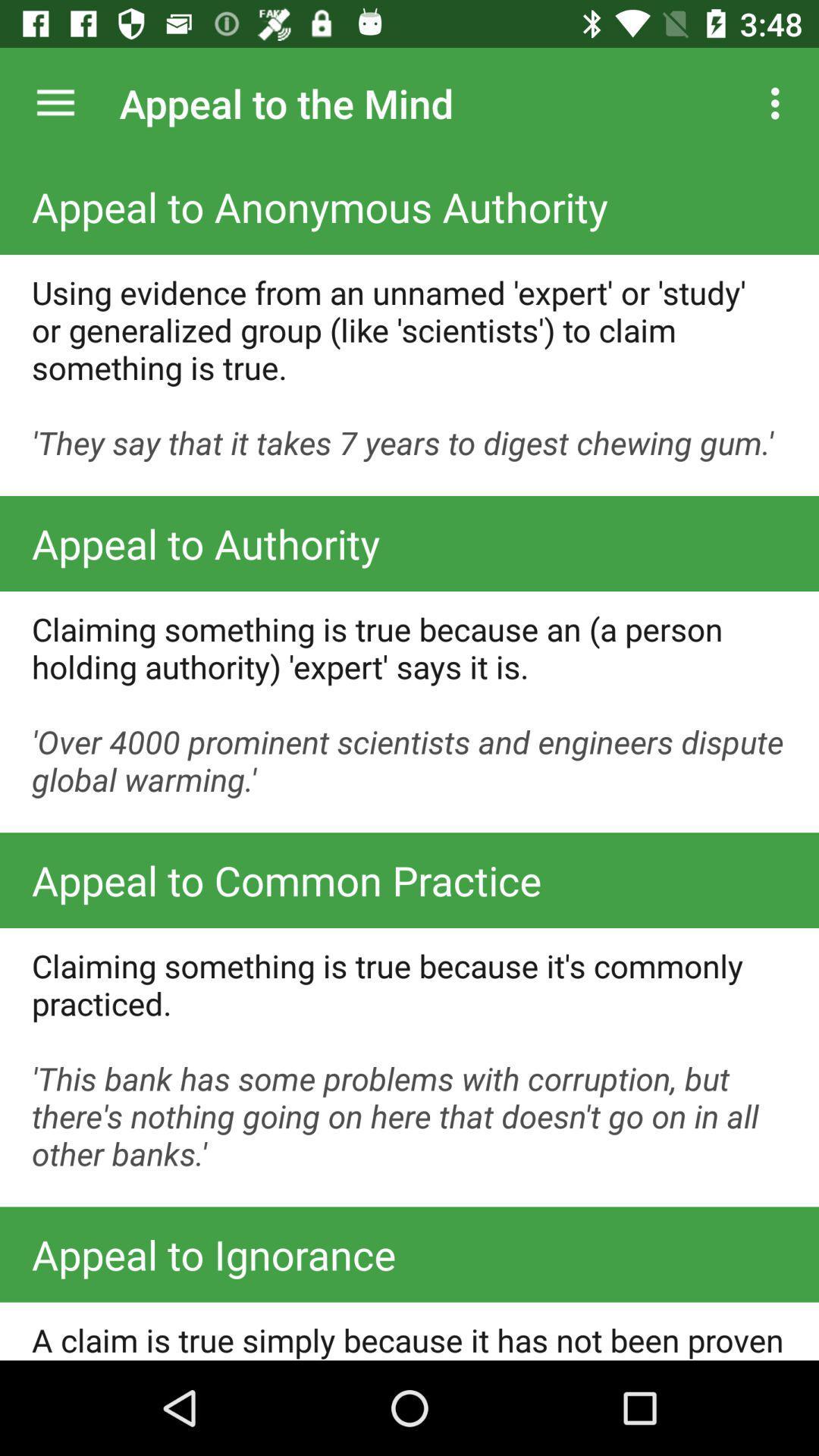 The height and width of the screenshot is (1456, 819). I want to click on the item next to the appeal to the icon, so click(779, 102).